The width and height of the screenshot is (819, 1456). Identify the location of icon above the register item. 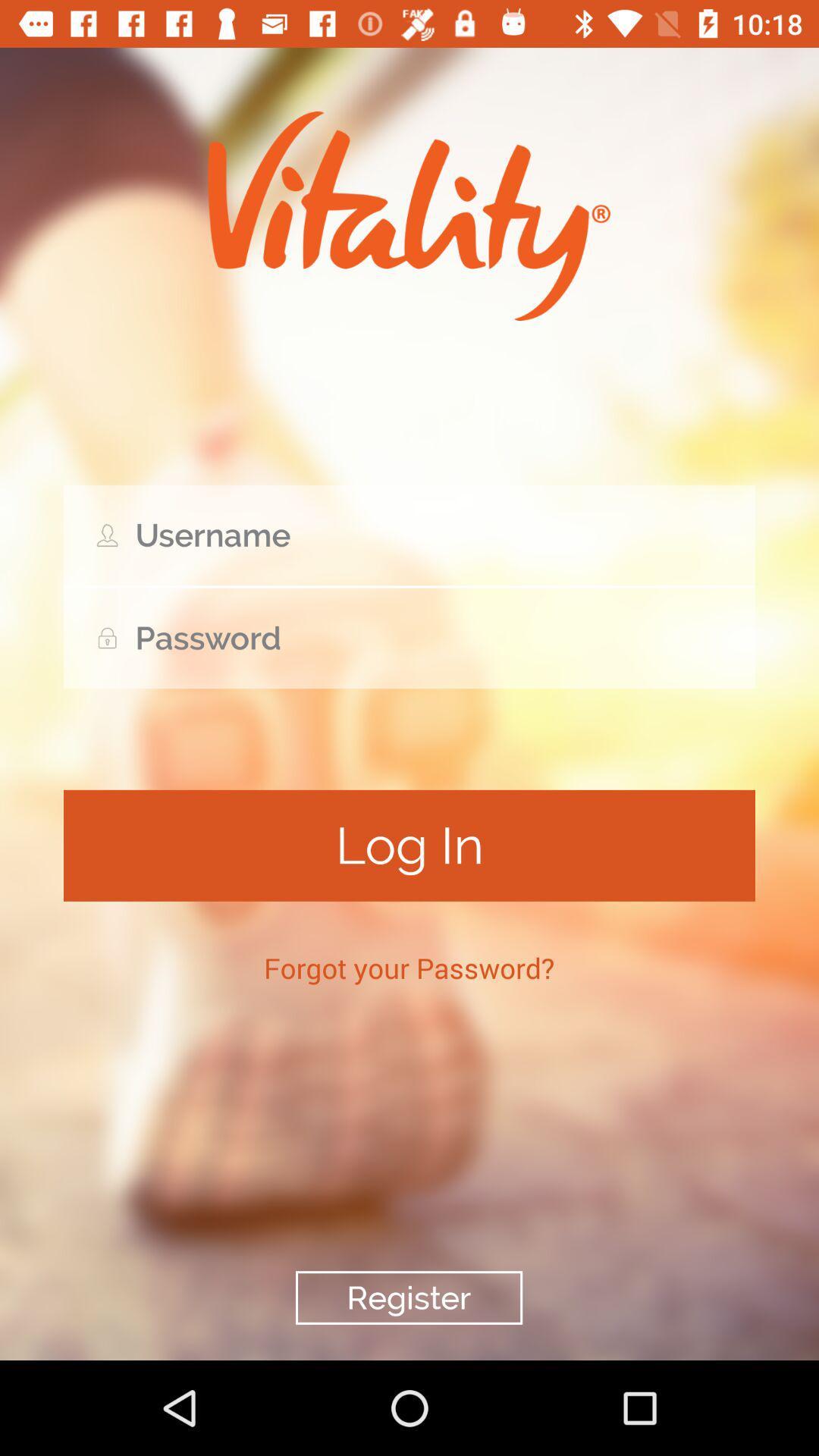
(408, 967).